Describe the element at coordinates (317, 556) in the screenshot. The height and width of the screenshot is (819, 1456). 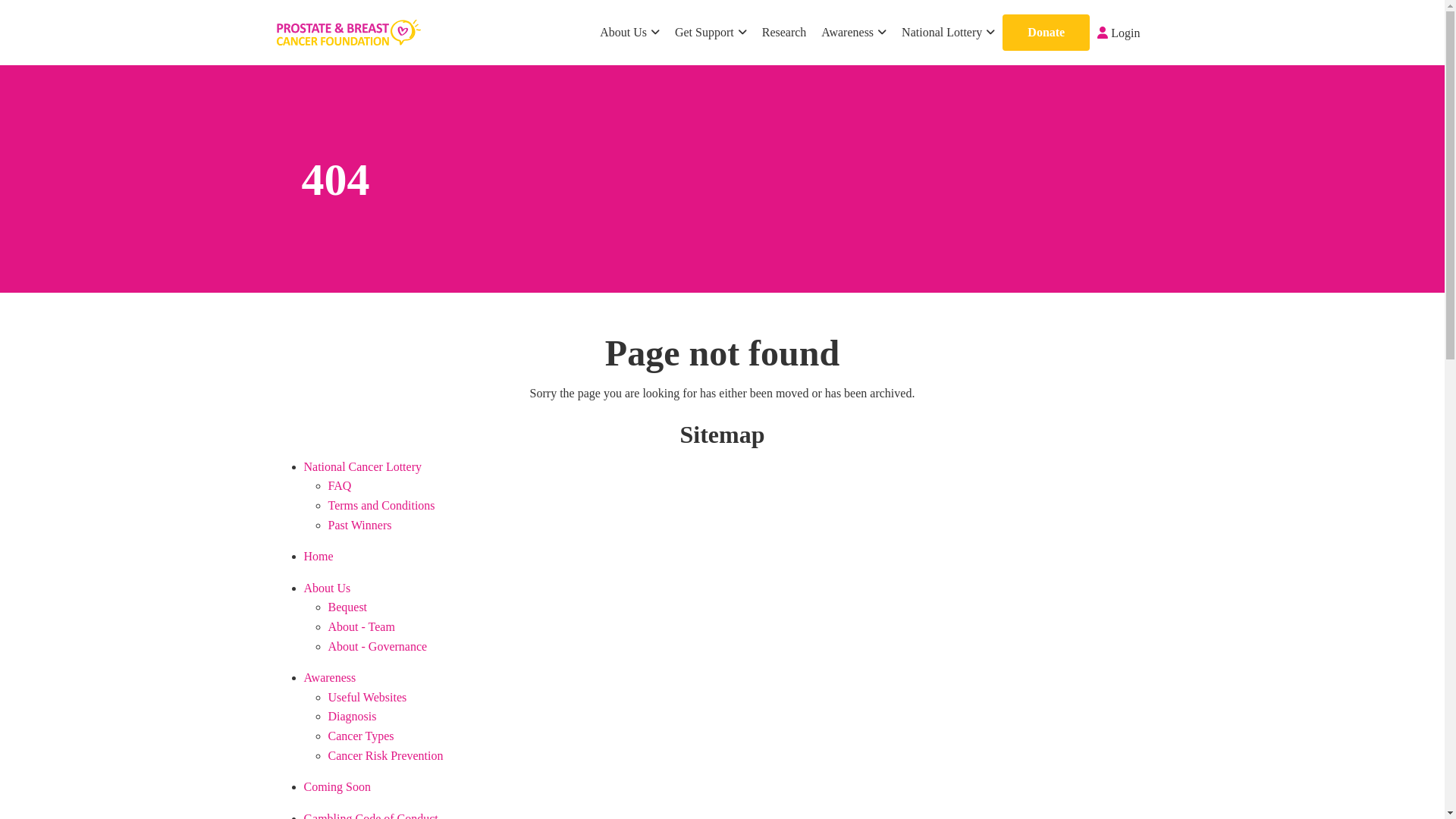
I see `'Home'` at that location.